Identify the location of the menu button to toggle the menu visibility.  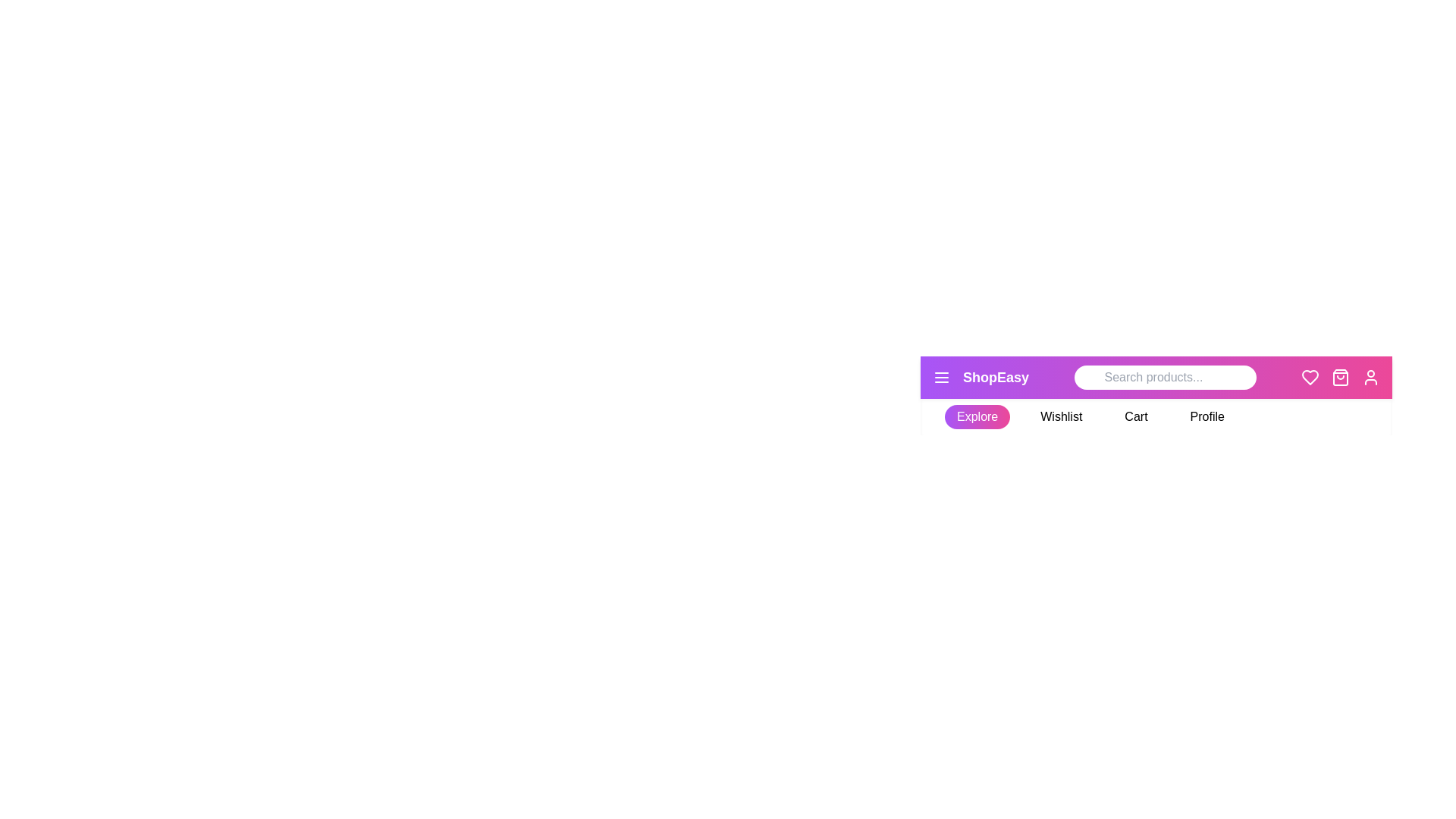
(941, 376).